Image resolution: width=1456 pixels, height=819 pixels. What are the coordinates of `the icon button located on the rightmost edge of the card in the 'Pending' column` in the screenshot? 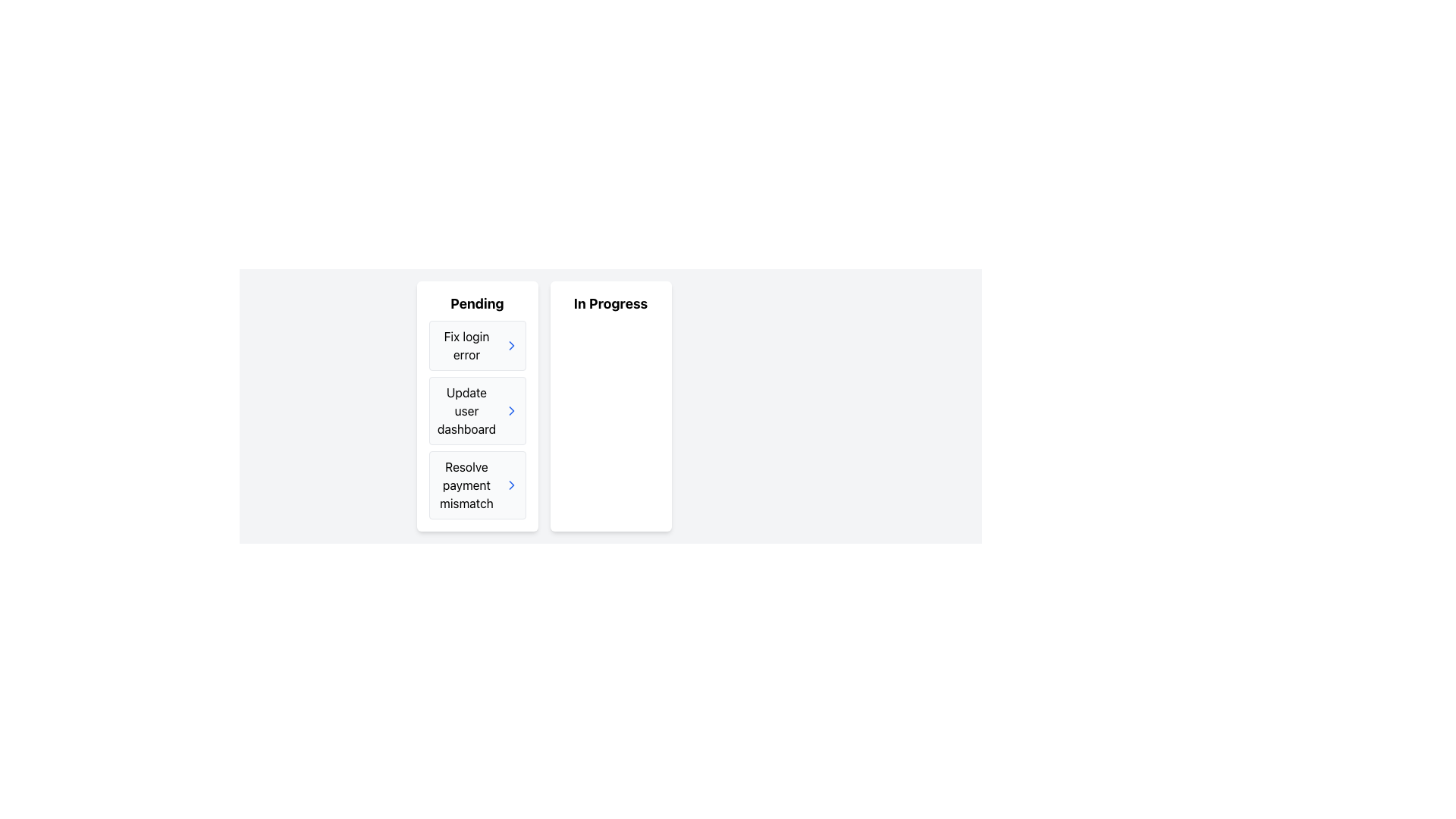 It's located at (511, 485).